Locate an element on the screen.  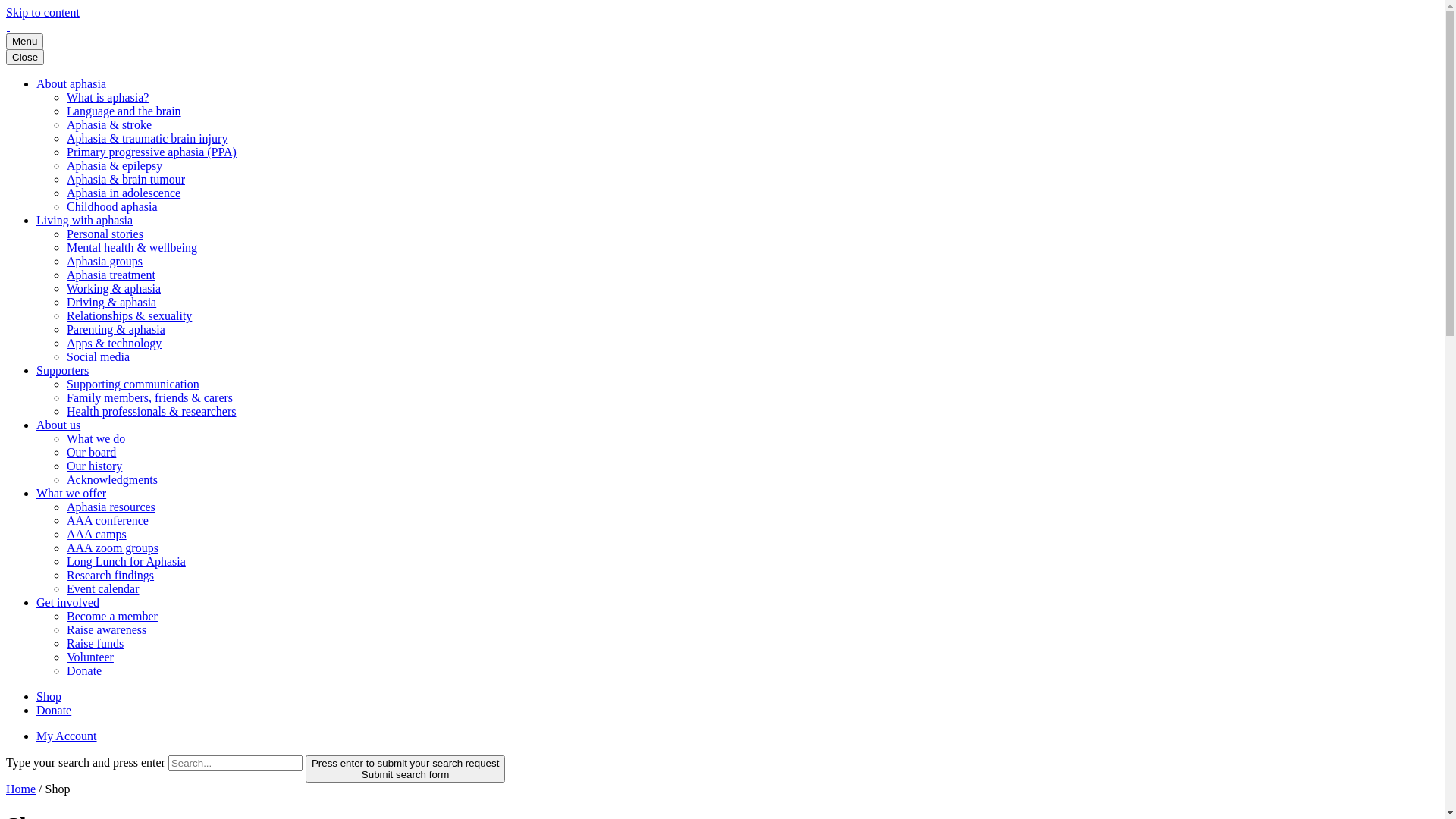
'Childhood aphasia' is located at coordinates (111, 206).